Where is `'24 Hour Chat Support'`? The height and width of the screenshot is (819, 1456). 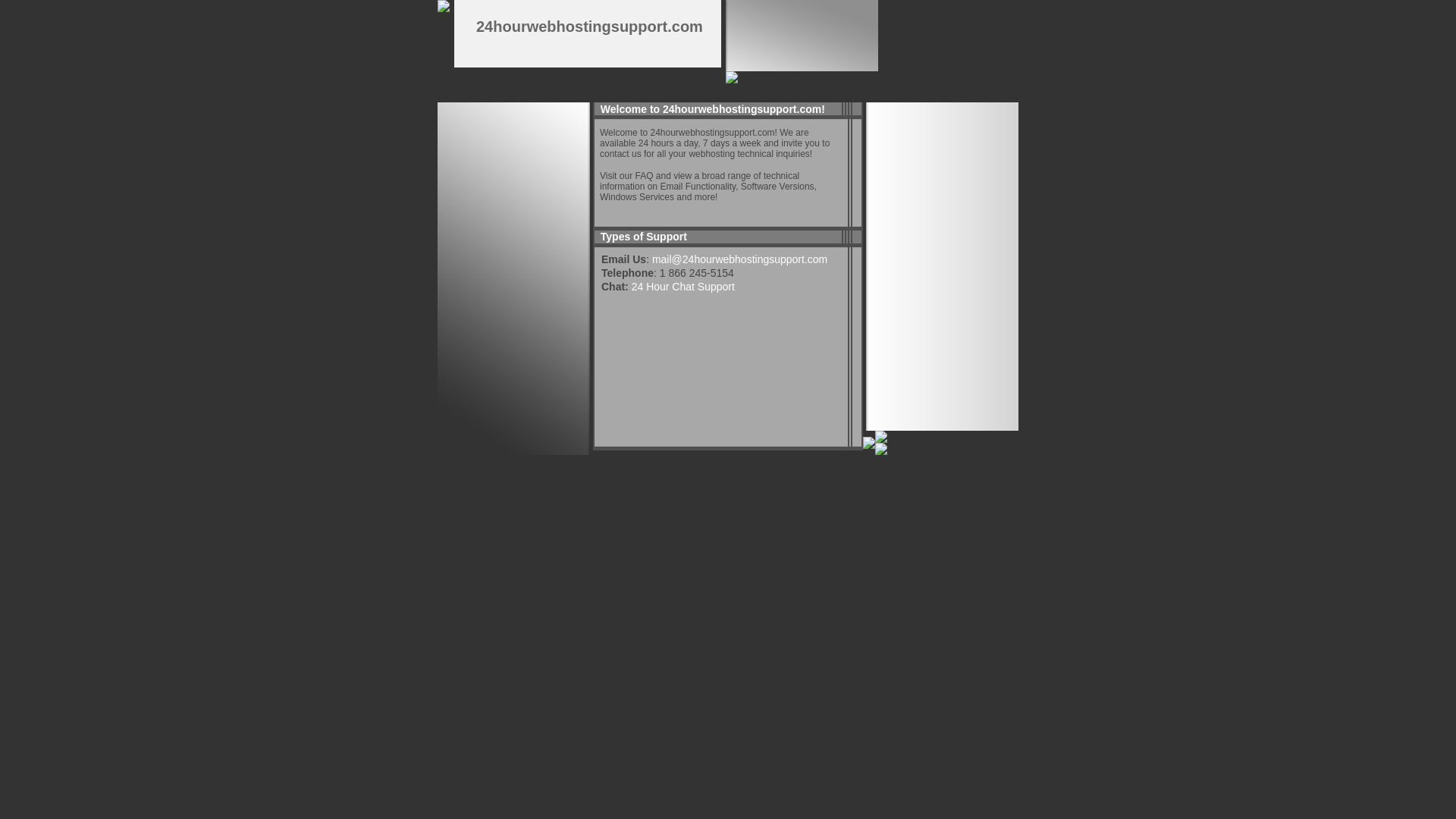 '24 Hour Chat Support' is located at coordinates (682, 287).